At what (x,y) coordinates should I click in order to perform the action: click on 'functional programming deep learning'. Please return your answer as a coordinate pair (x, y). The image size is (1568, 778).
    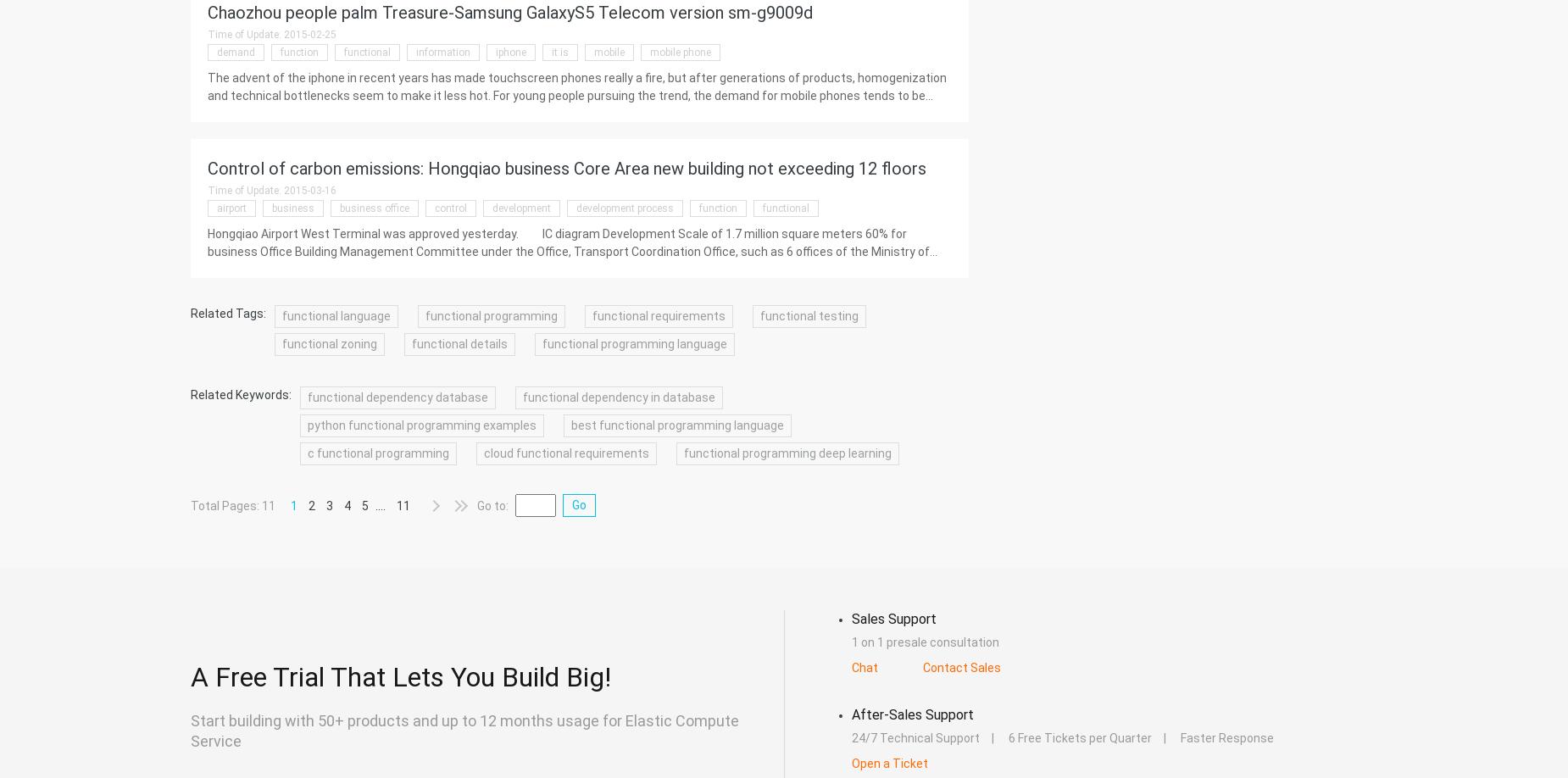
    Looking at the image, I should click on (787, 453).